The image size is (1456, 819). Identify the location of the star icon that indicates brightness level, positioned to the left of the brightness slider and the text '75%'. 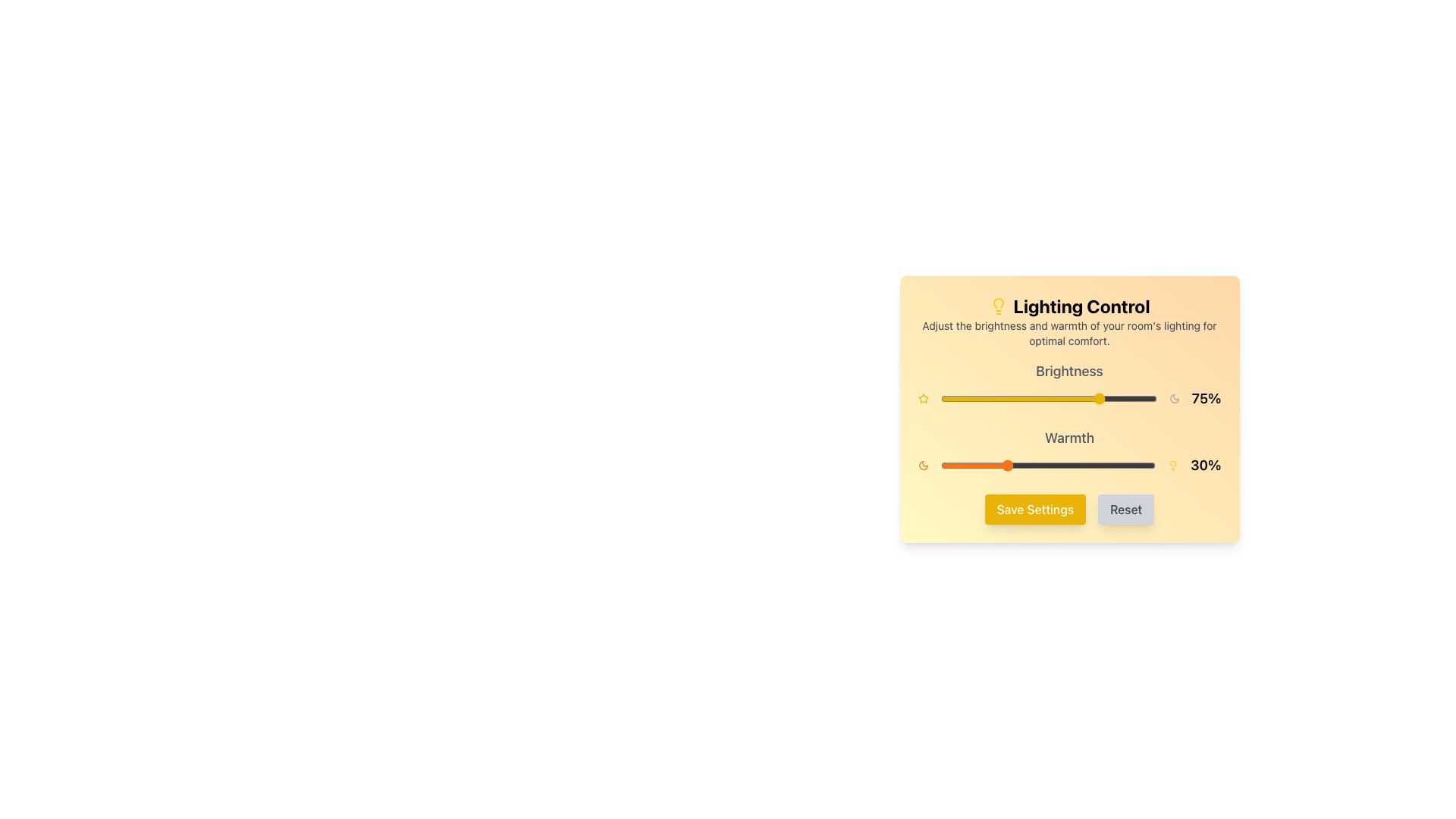
(922, 397).